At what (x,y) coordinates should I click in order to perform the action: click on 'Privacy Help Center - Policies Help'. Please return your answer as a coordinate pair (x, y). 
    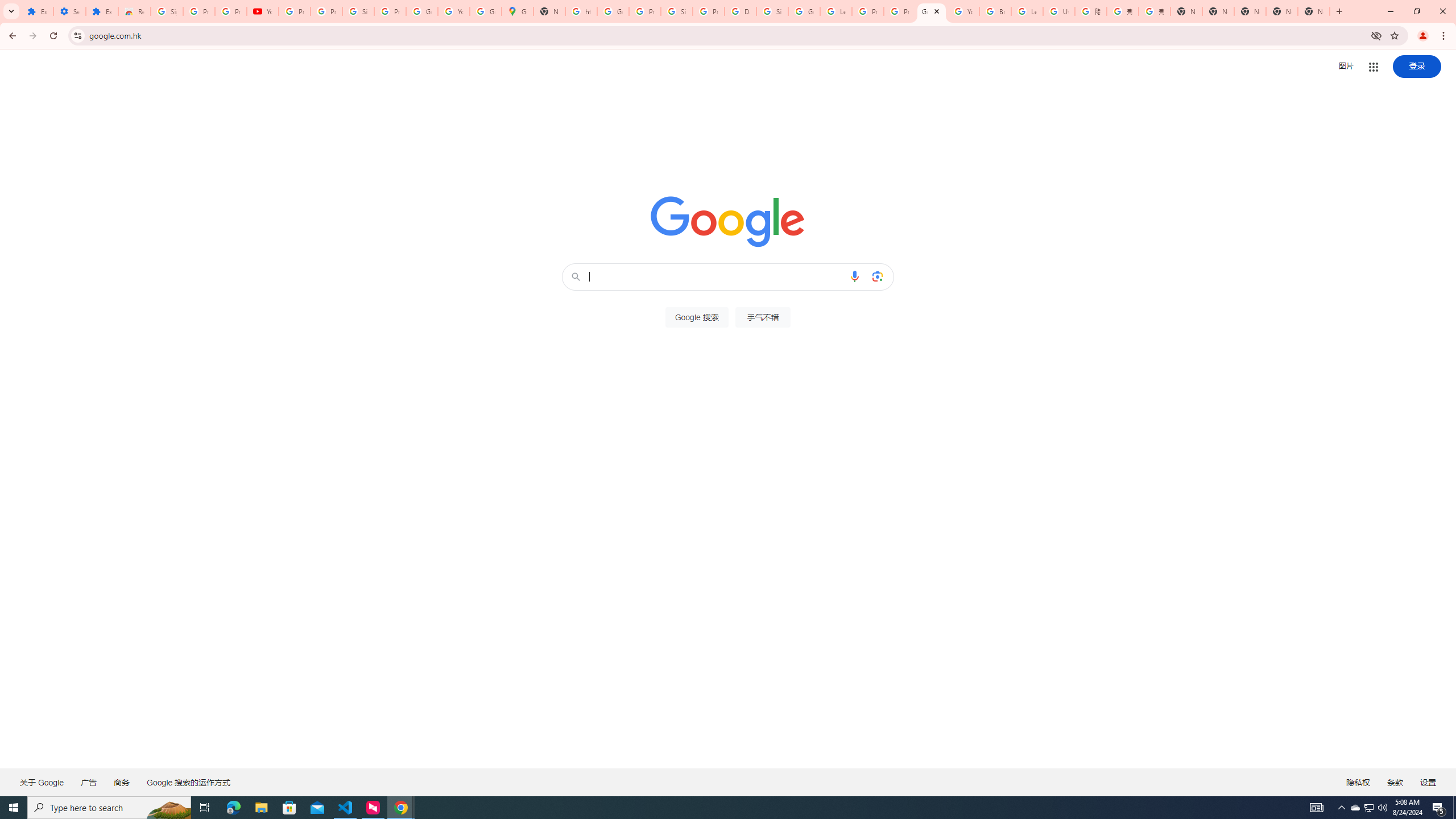
    Looking at the image, I should click on (868, 11).